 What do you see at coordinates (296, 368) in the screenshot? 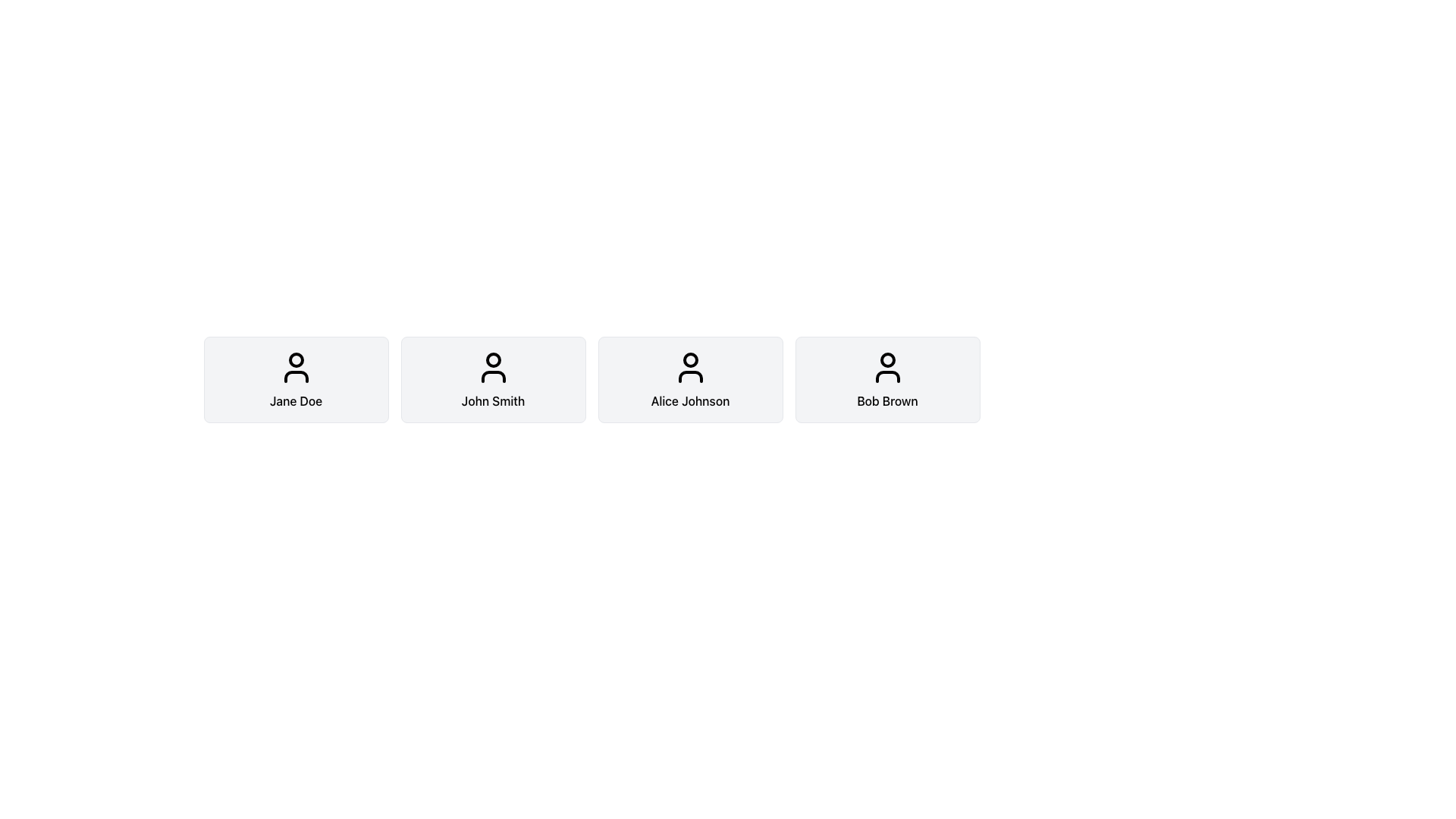
I see `the SVG user icon representing a profile picture of 'Jane Doe', which is centered within the first profile card in a horizontal sequence` at bounding box center [296, 368].